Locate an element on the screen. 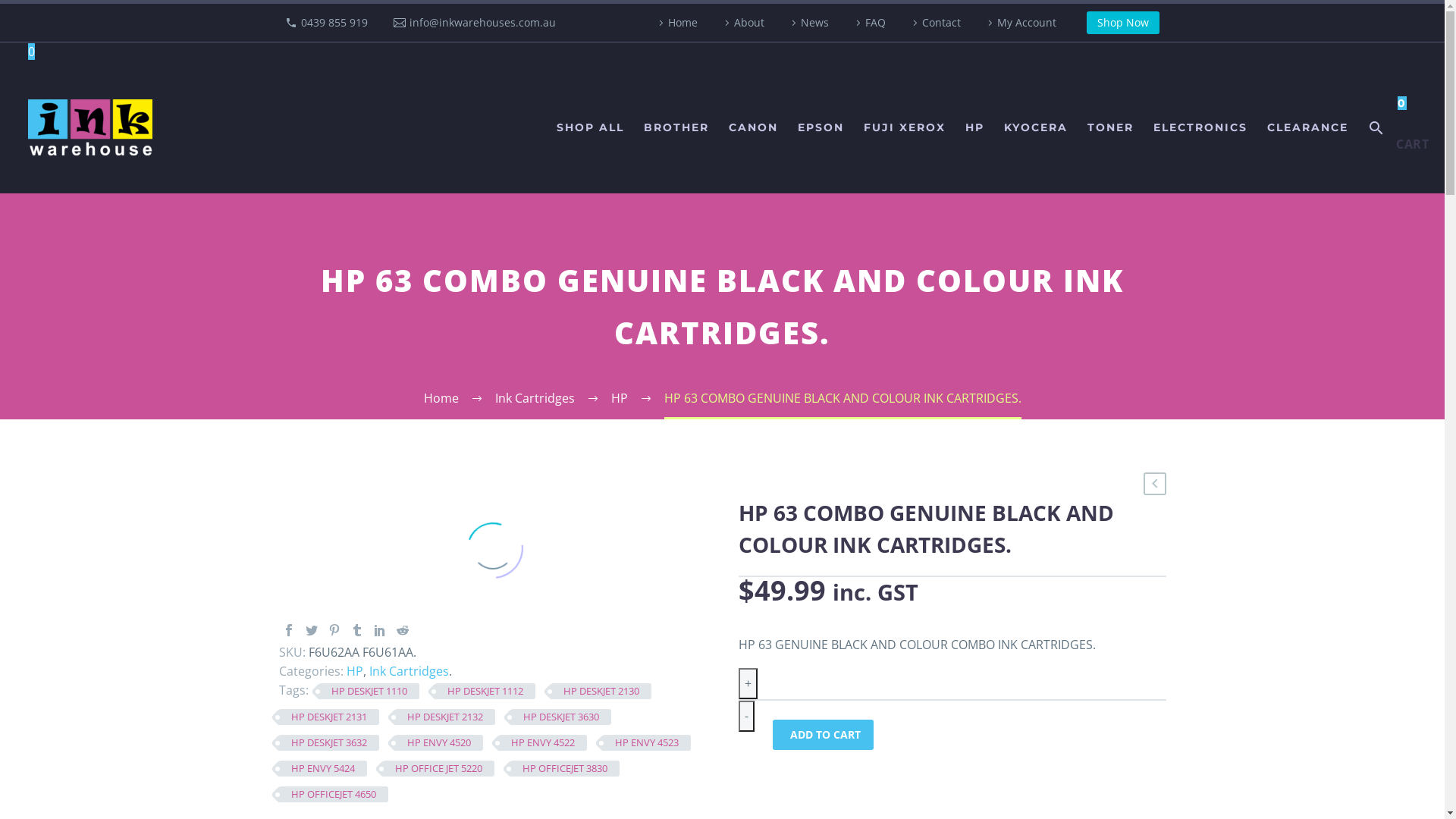 The height and width of the screenshot is (819, 1456). 'About' is located at coordinates (742, 23).